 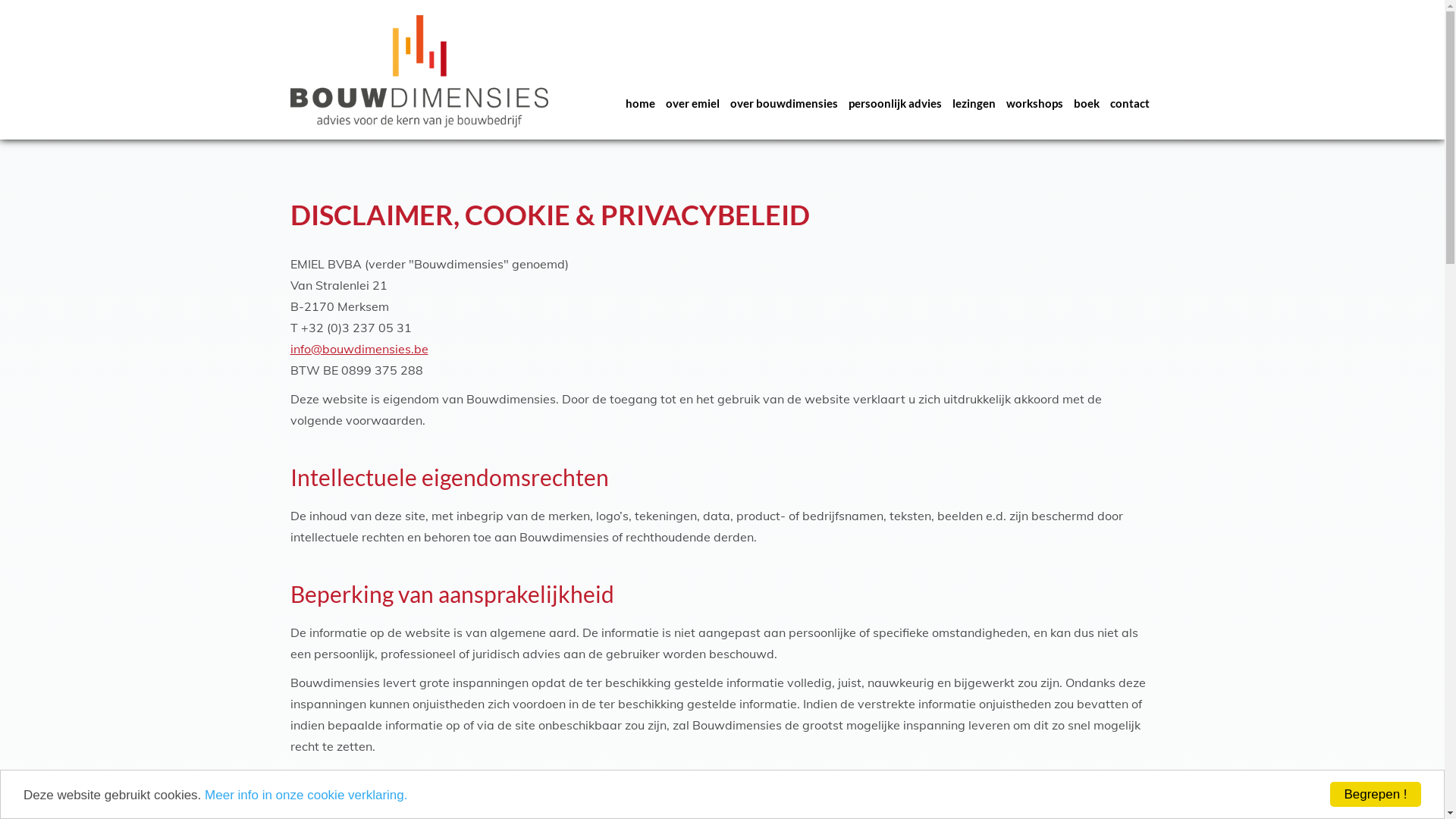 I want to click on 'over bouwdimensies', so click(x=723, y=102).